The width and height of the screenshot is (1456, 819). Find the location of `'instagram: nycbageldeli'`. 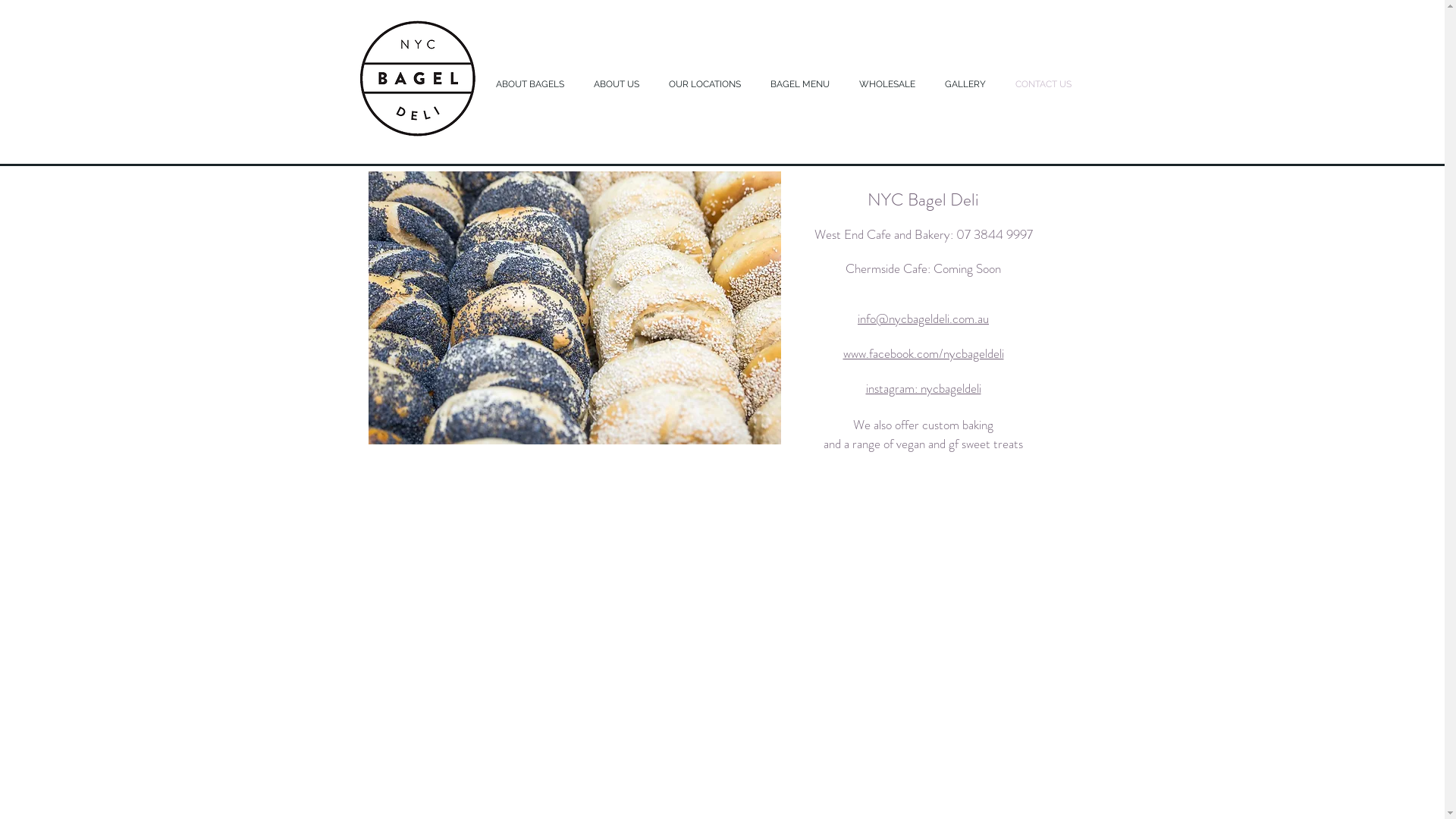

'instagram: nycbageldeli' is located at coordinates (923, 388).